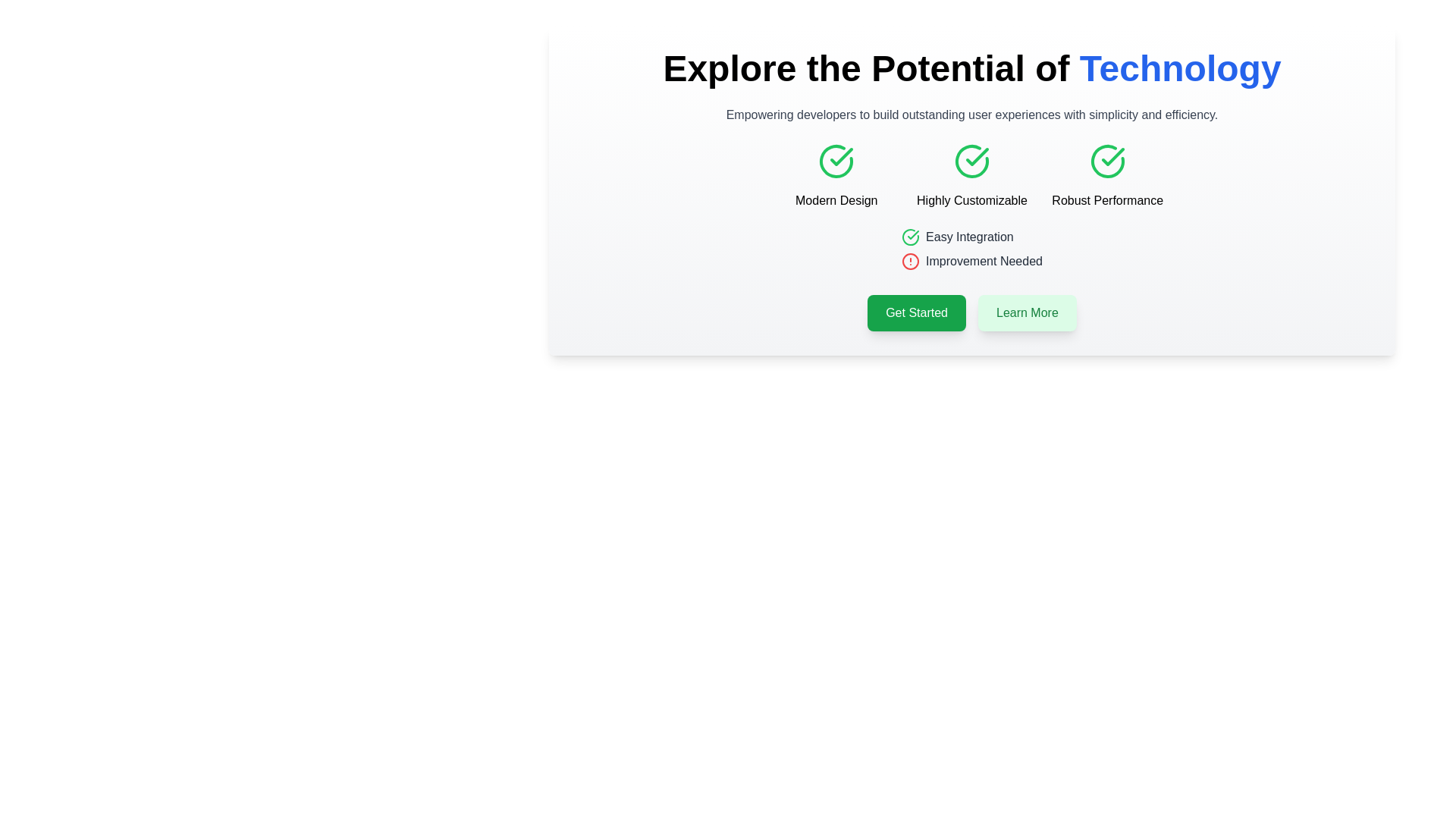 Image resolution: width=1456 pixels, height=819 pixels. What do you see at coordinates (1107, 161) in the screenshot?
I see `the 'Robust Performance' icon, which visually represents the concept of reliability and quality, located above the heading text 'Robust Performance' in the third section from the left` at bounding box center [1107, 161].